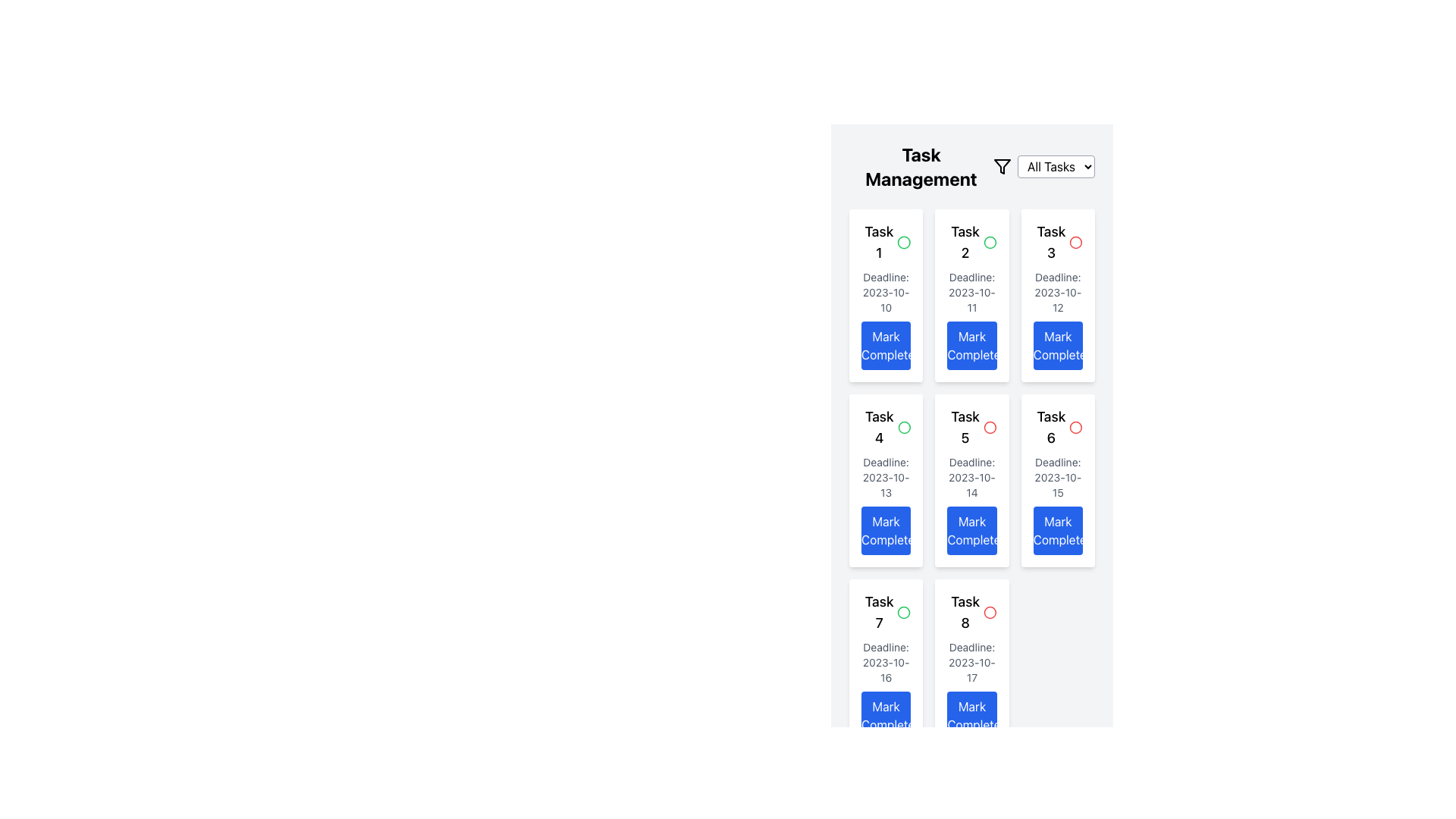 The width and height of the screenshot is (1456, 819). I want to click on the first Task card component in the Task Management section to potentially reveal additional details, so click(886, 295).